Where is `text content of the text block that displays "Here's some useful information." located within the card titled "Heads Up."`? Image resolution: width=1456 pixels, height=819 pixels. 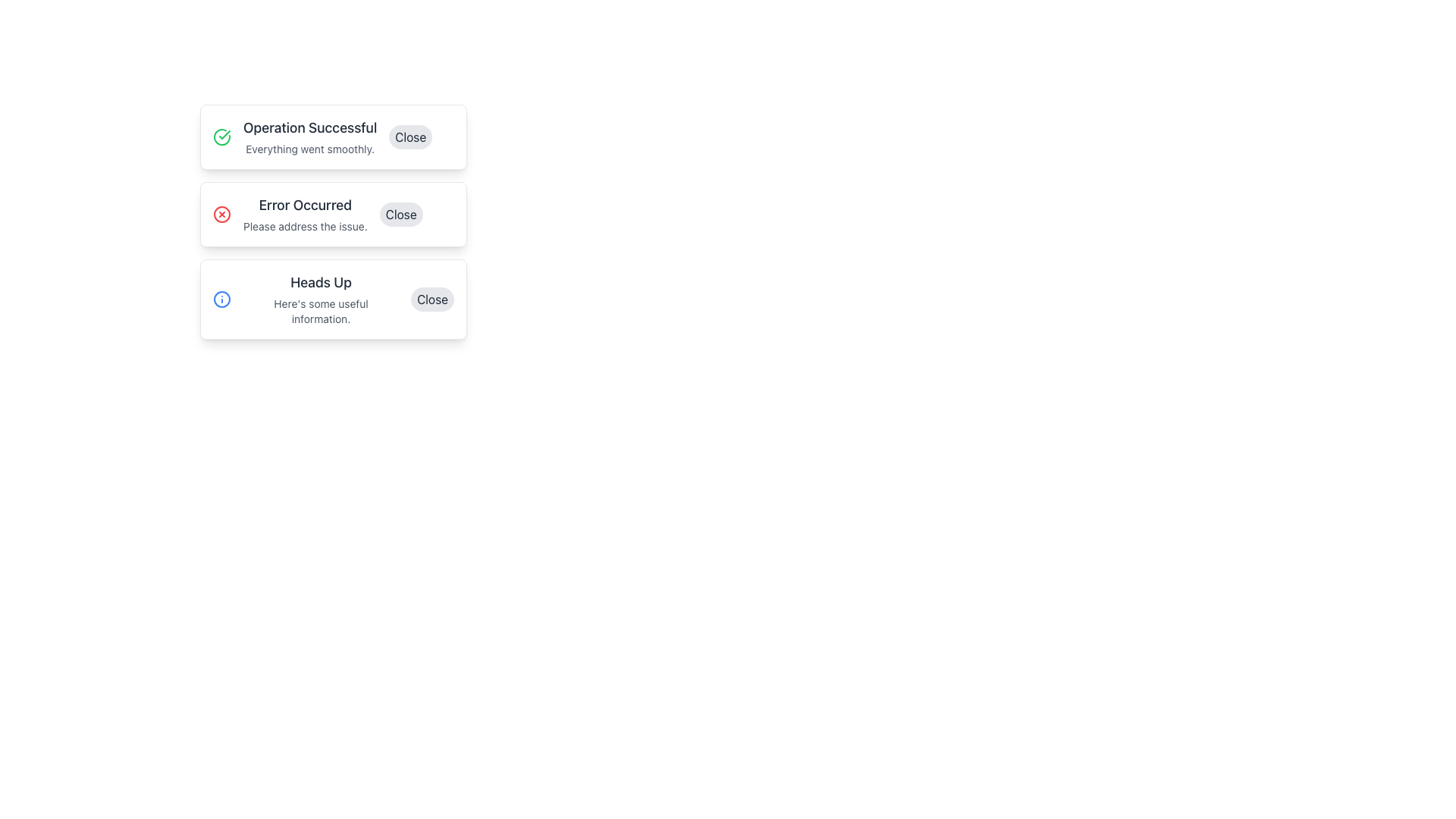 text content of the text block that displays "Here's some useful information." located within the card titled "Heads Up." is located at coordinates (320, 311).